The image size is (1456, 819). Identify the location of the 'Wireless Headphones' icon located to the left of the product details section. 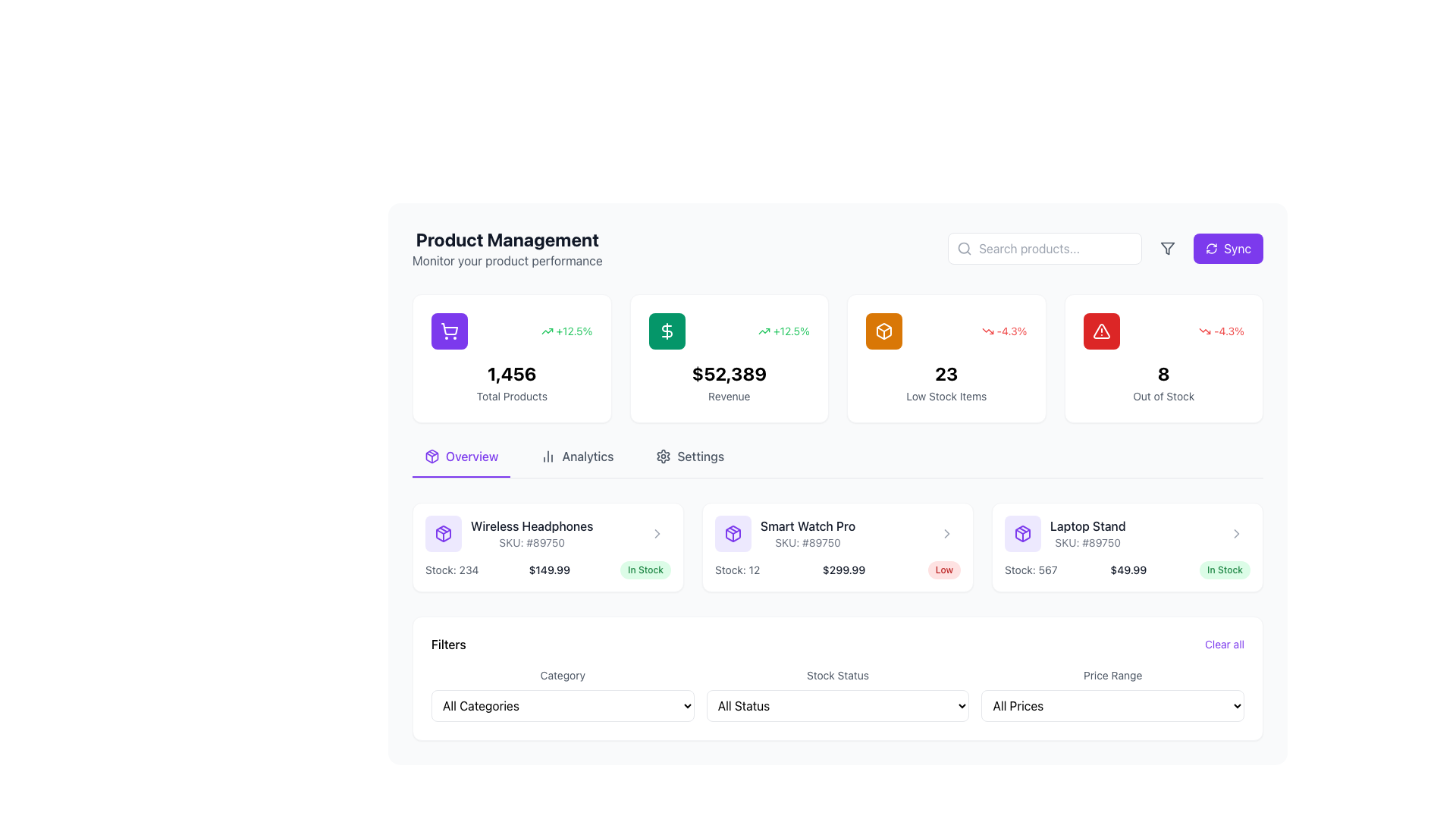
(443, 533).